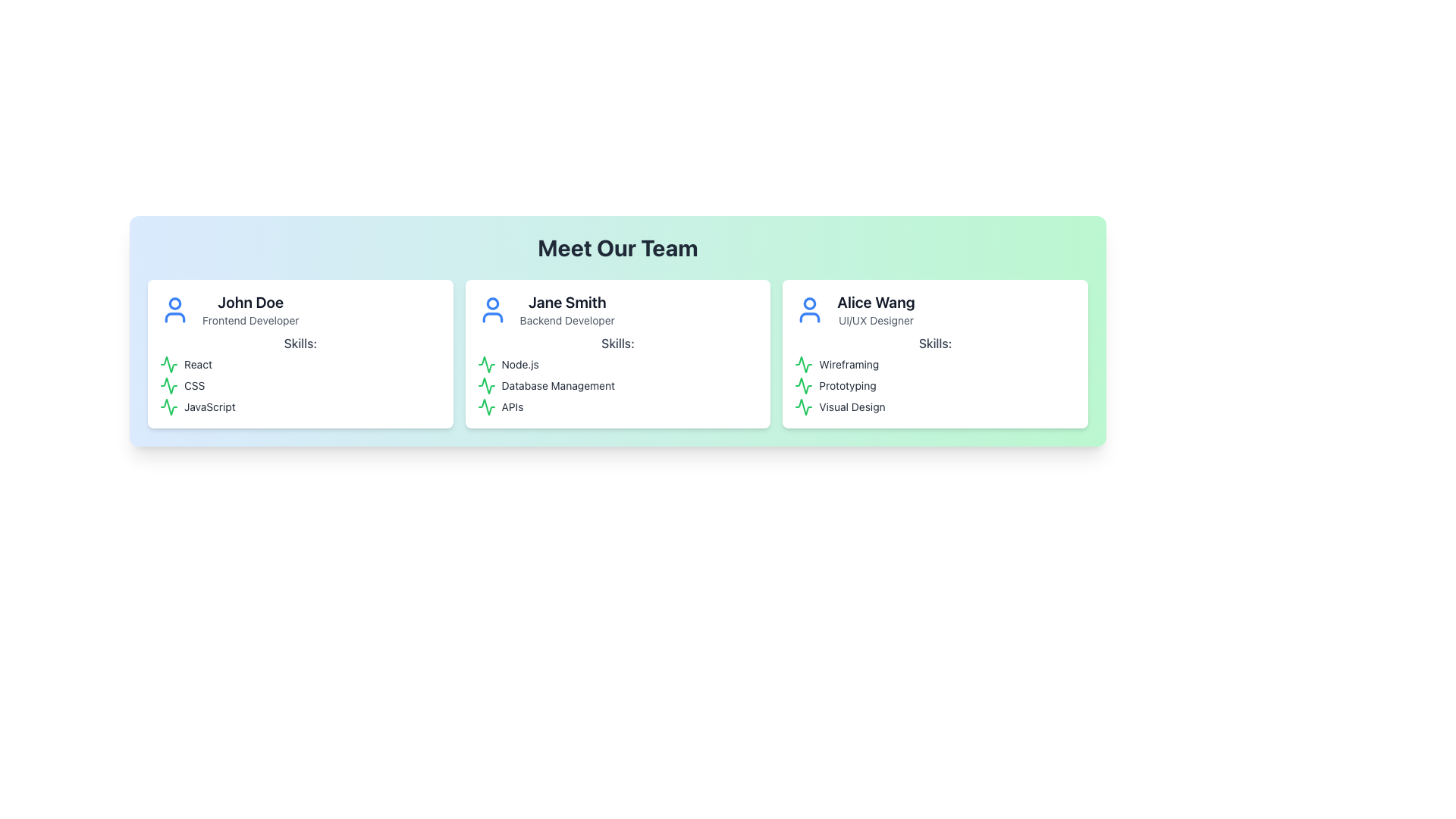  What do you see at coordinates (168, 365) in the screenshot?
I see `the green line graph icon located to the left of the text 'React' in the 'Skills' section of the 'John Doe' card` at bounding box center [168, 365].